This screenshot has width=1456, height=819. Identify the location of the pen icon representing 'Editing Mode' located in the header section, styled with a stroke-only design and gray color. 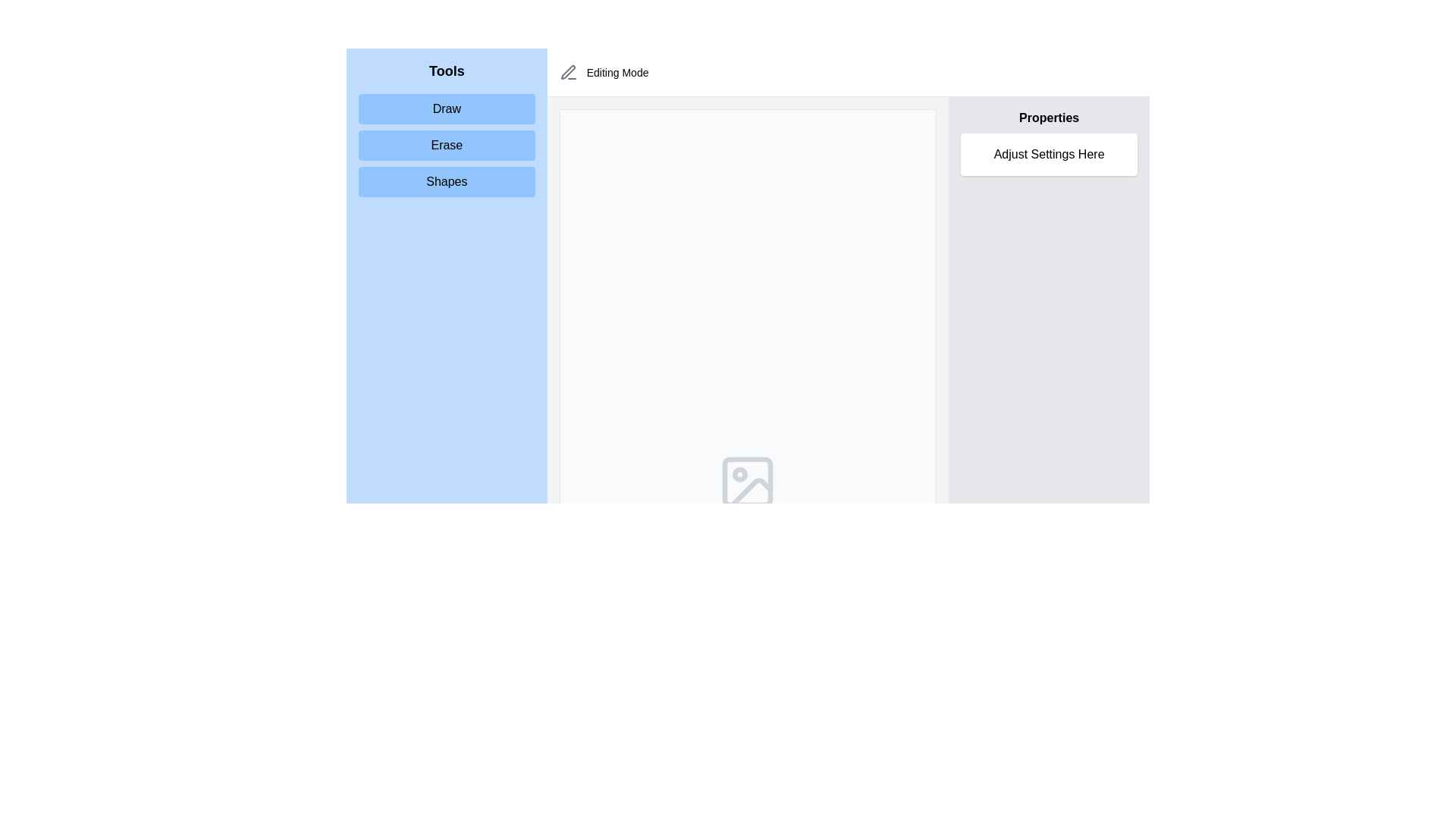
(567, 72).